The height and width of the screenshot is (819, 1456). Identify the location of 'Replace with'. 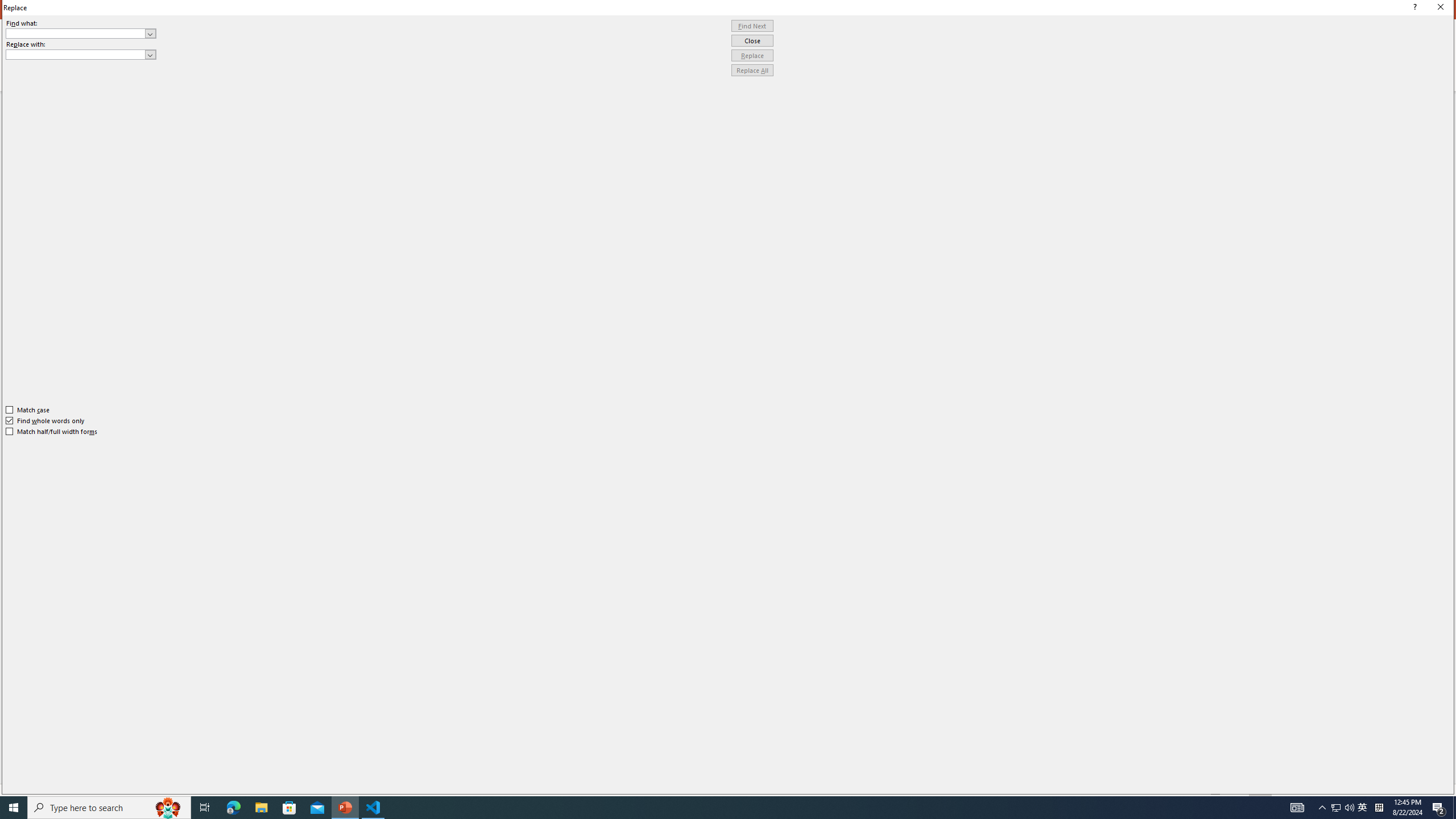
(76, 54).